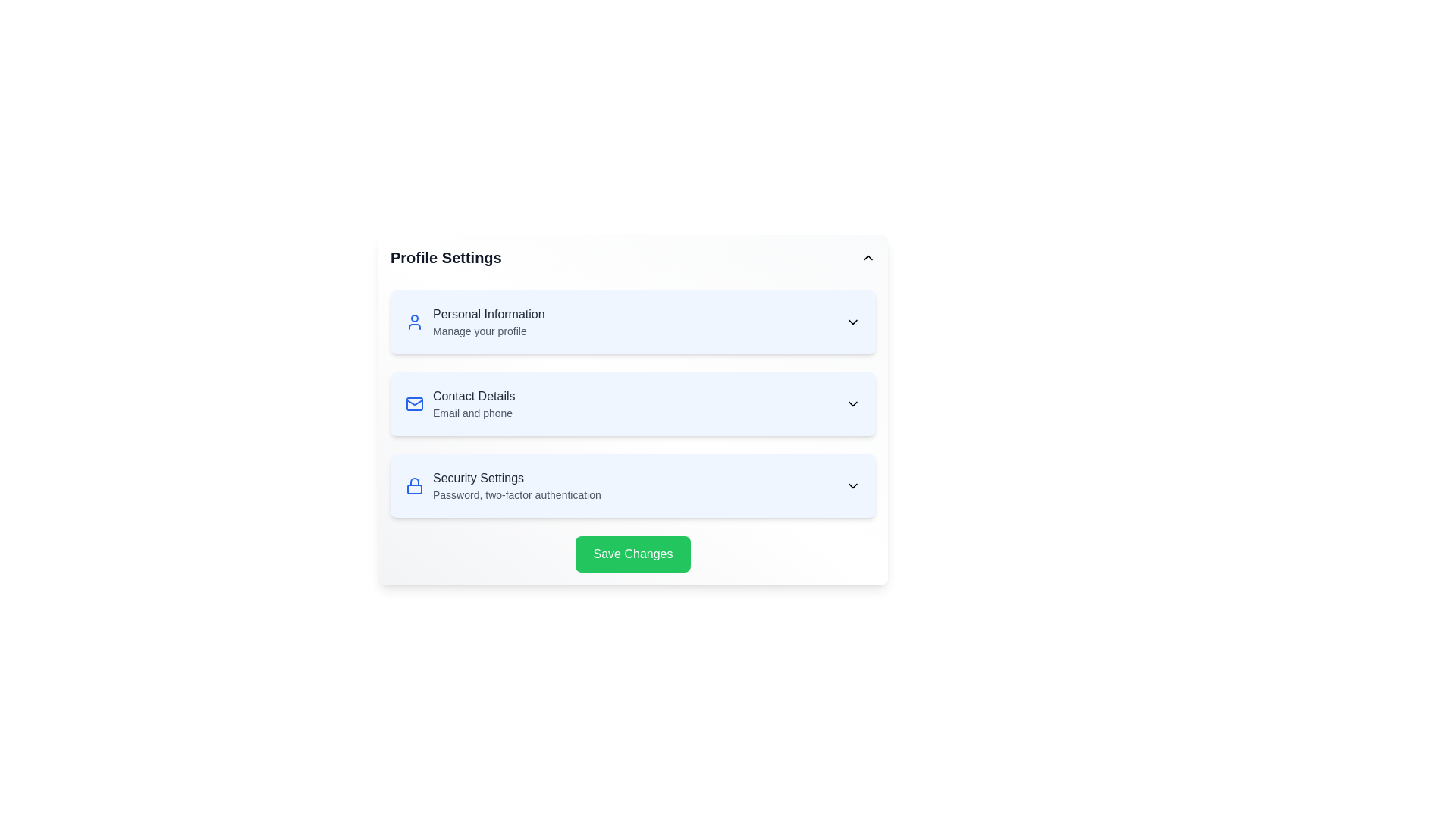 Image resolution: width=1456 pixels, height=819 pixels. I want to click on the blue outlined lock icon representing a secured state, located at the beginning of the 'Security Settings' section, to the left of the text 'Password, two-factor authentication', so click(415, 485).